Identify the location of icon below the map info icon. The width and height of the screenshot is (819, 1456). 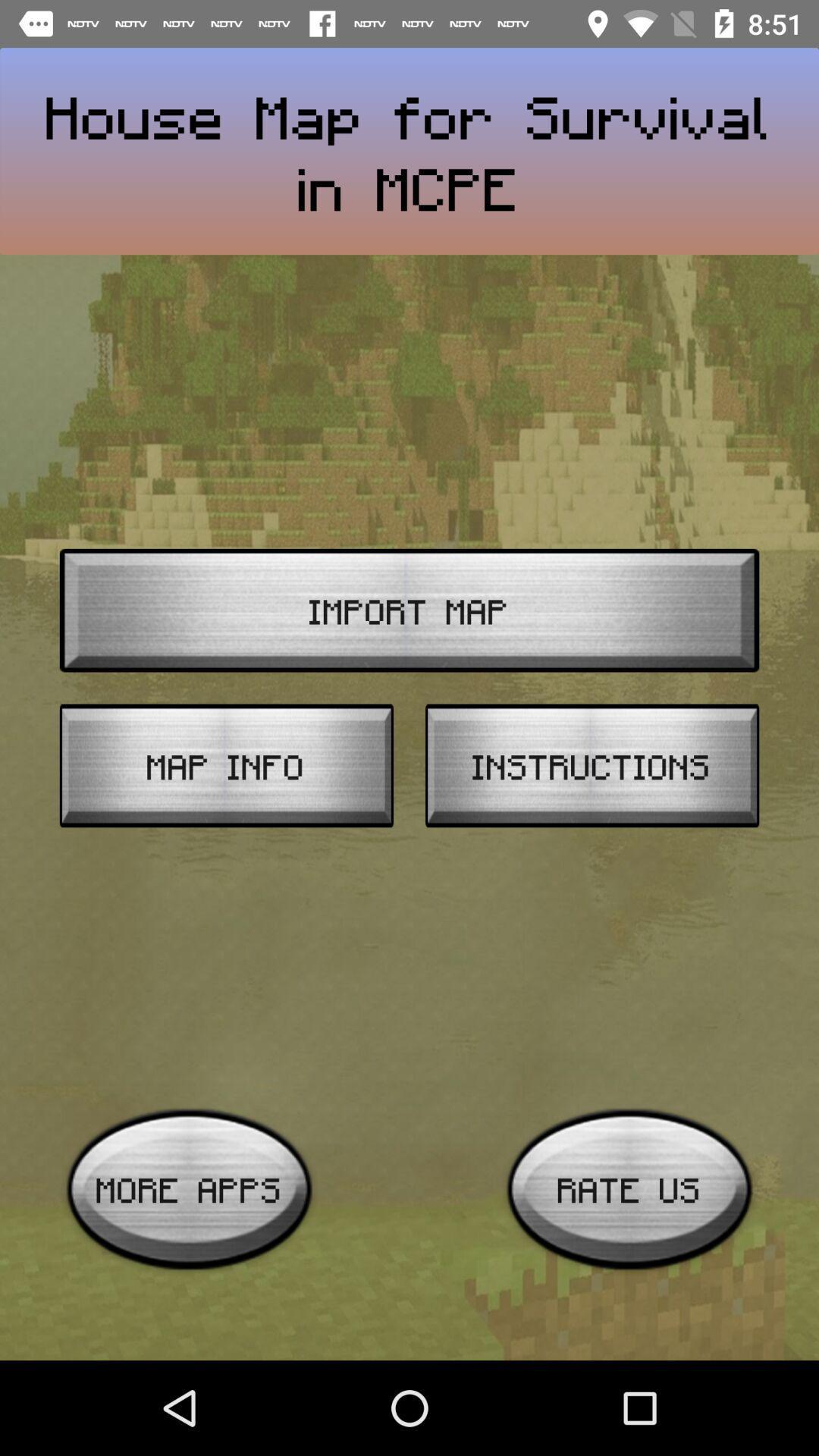
(188, 1188).